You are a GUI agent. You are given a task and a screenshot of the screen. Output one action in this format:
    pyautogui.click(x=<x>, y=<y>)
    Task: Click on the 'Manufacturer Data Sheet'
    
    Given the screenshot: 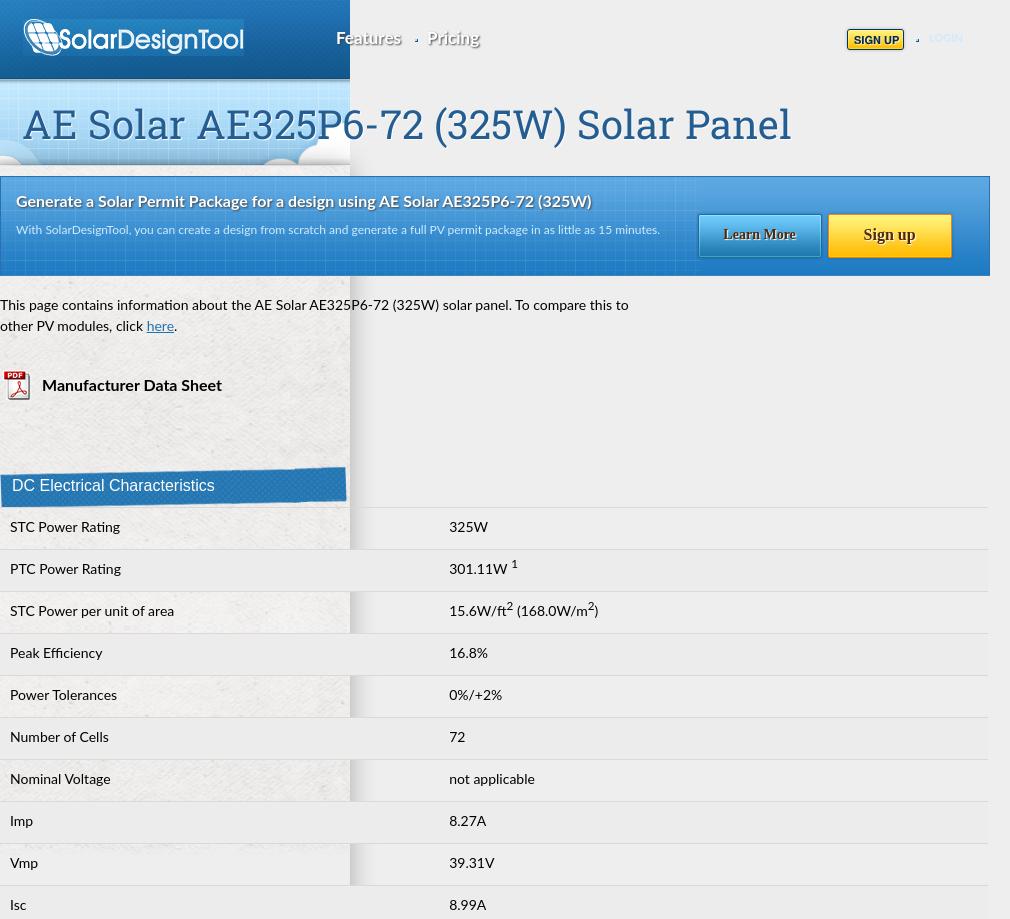 What is the action you would take?
    pyautogui.click(x=131, y=385)
    